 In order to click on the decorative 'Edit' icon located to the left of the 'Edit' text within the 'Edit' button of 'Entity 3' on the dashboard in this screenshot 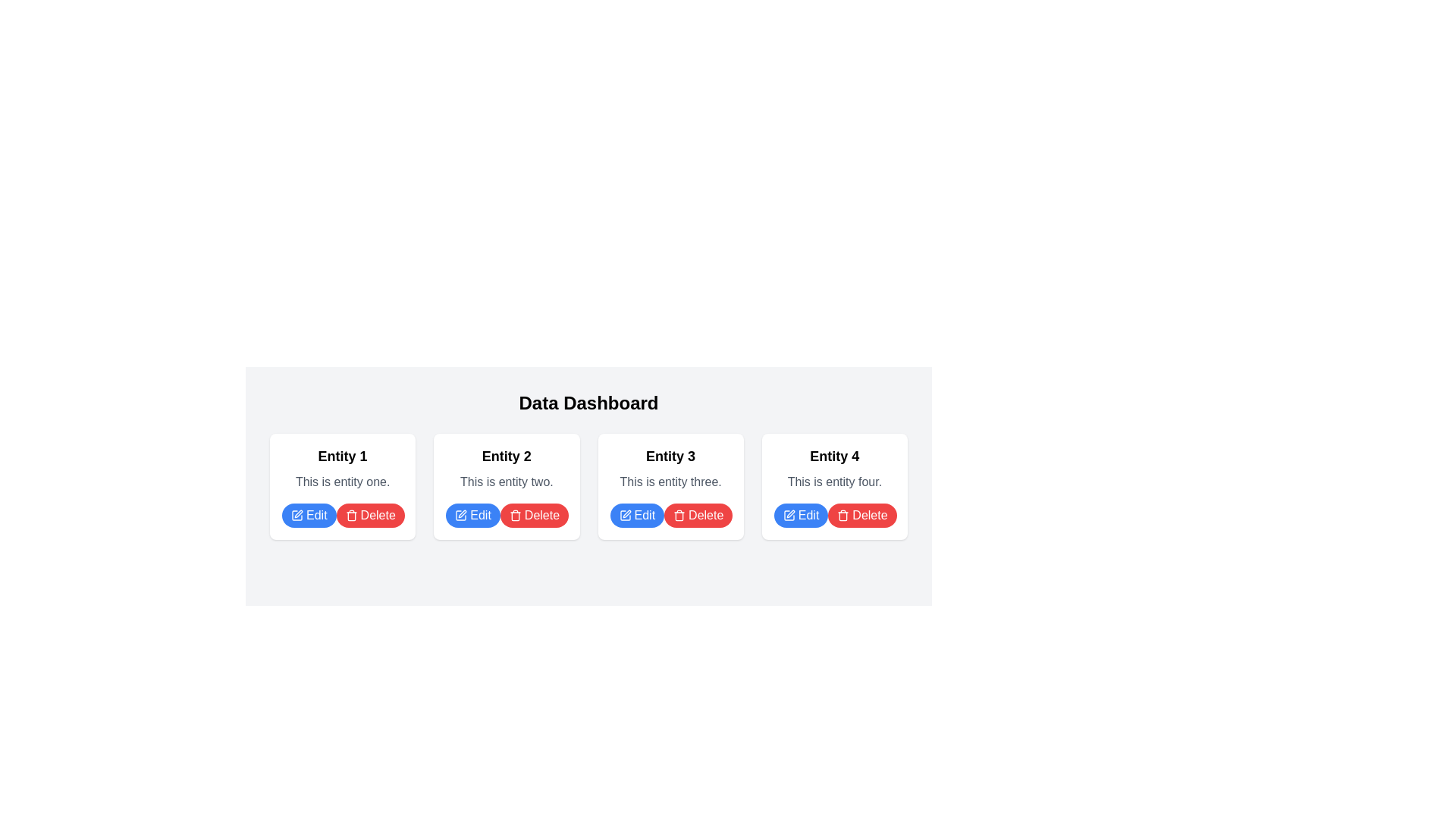, I will do `click(625, 514)`.